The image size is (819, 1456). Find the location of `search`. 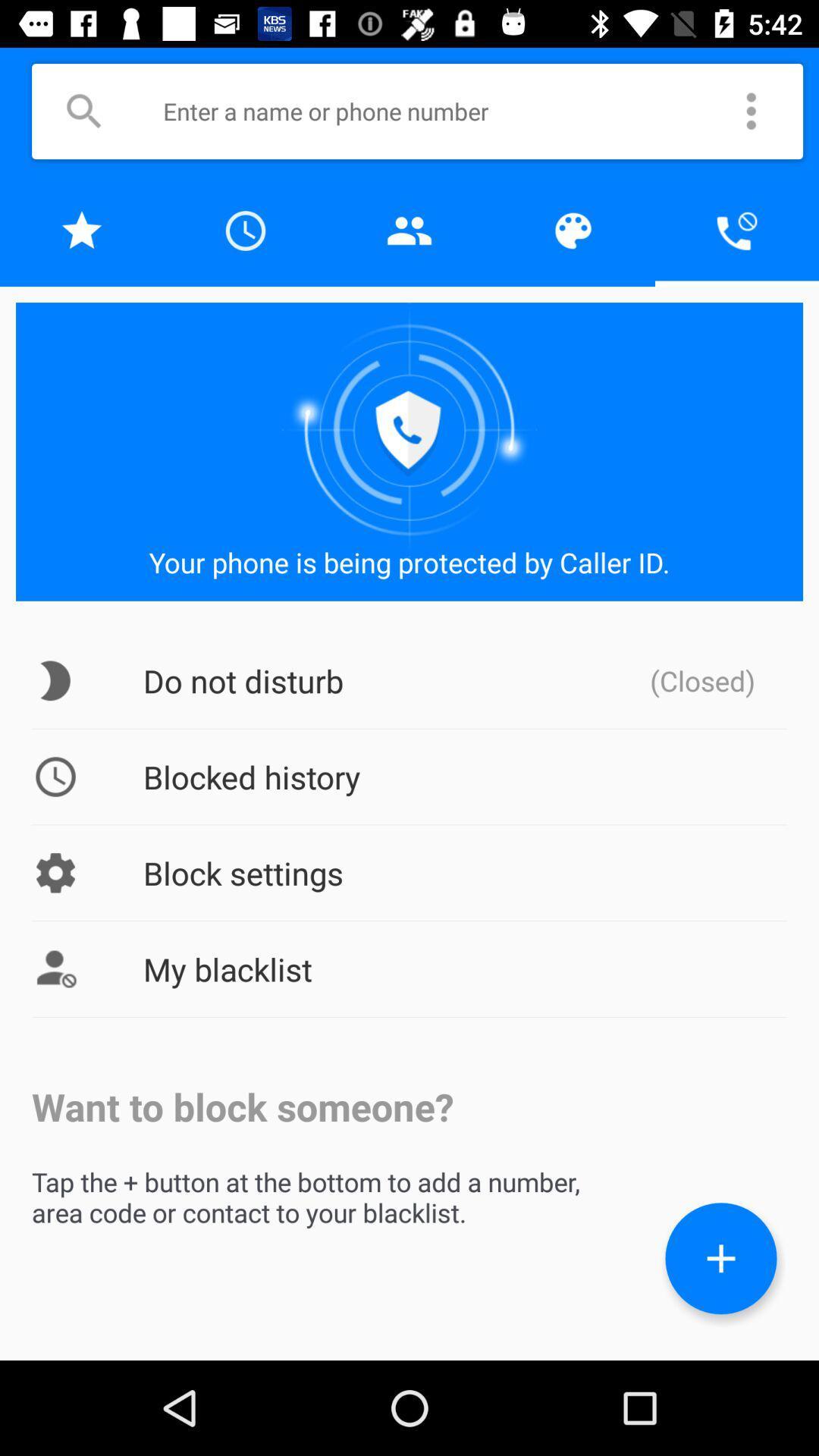

search is located at coordinates (83, 111).